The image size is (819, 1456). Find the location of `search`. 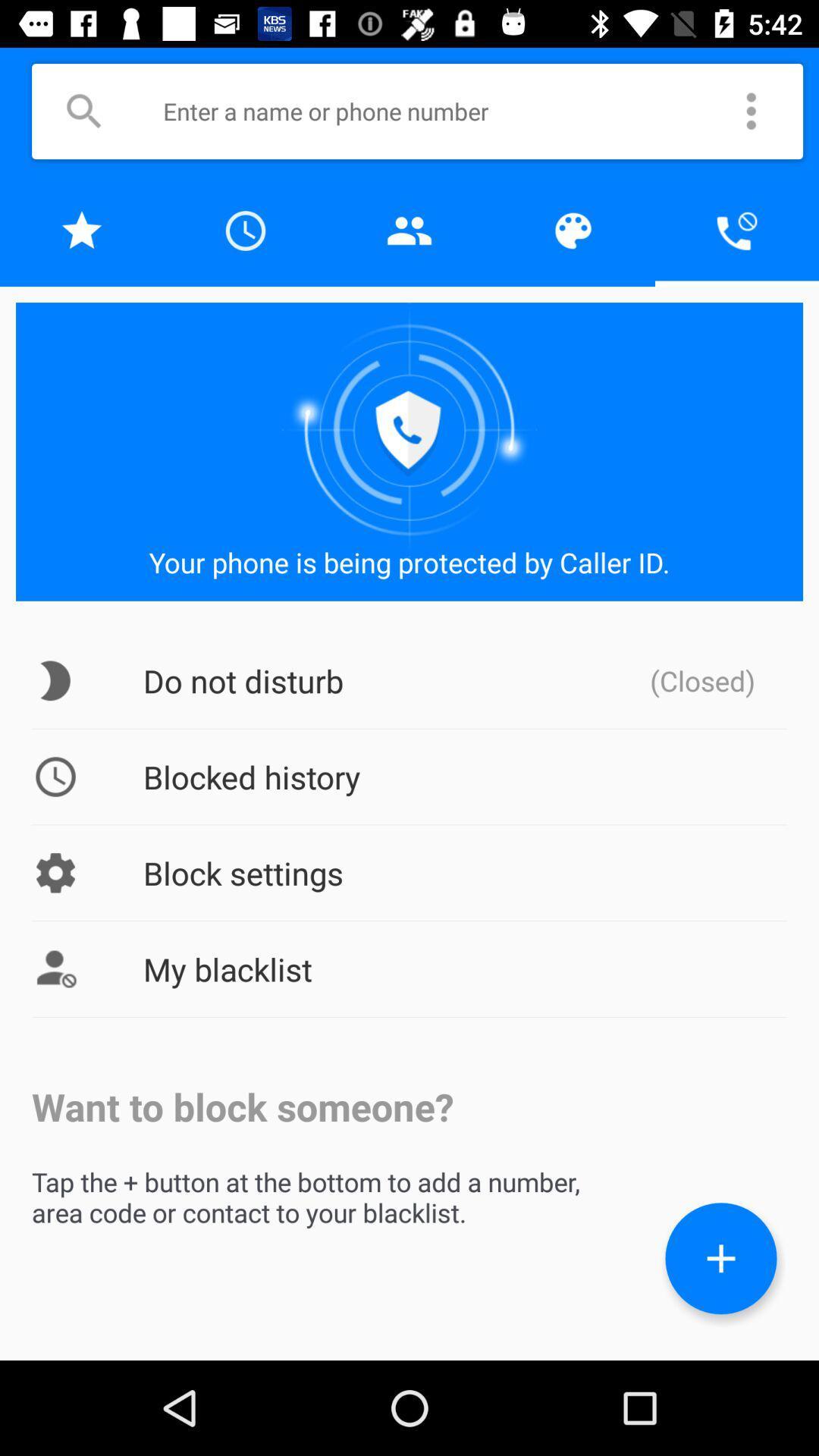

search is located at coordinates (83, 111).